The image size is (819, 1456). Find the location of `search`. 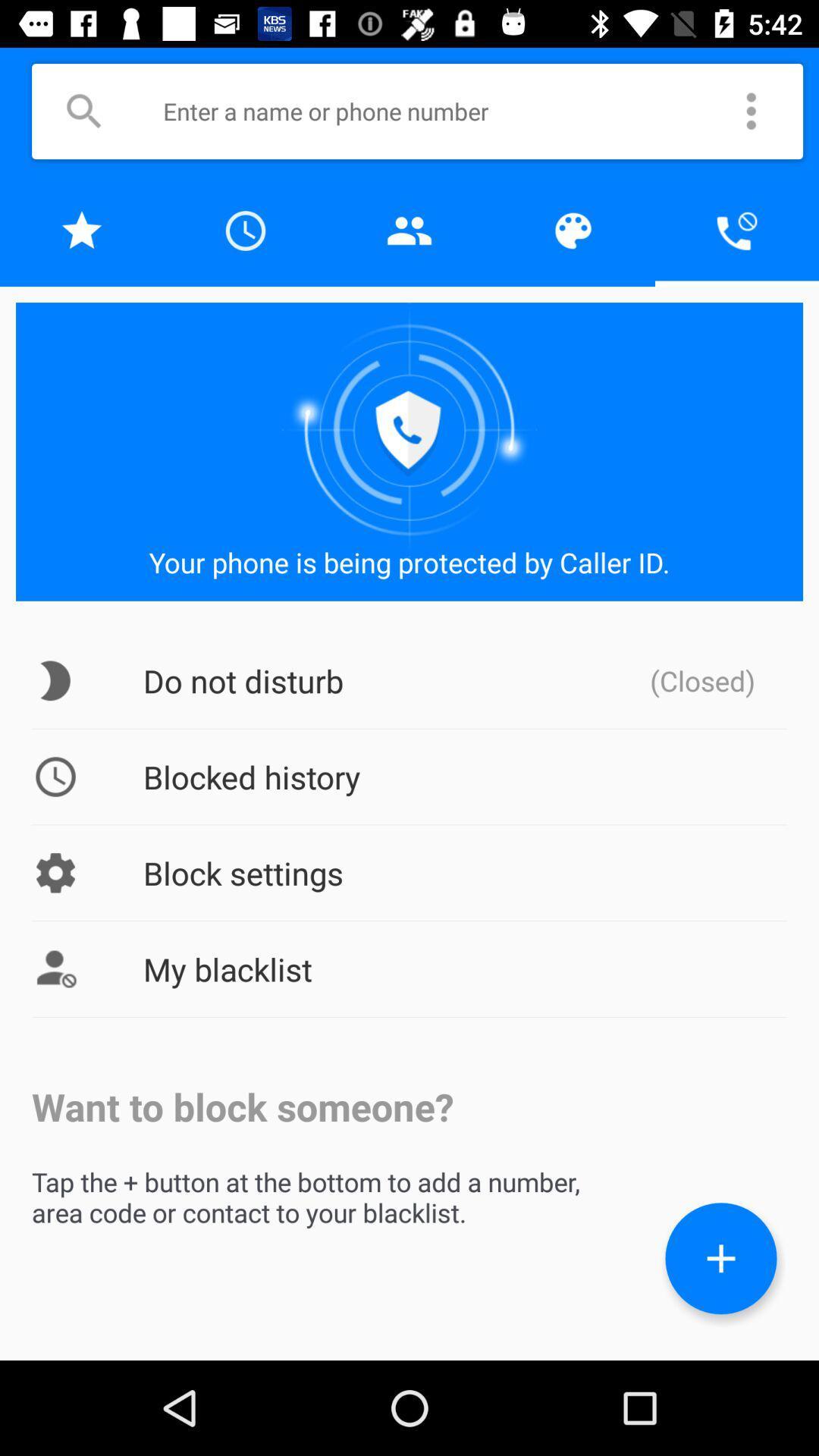

search is located at coordinates (83, 111).